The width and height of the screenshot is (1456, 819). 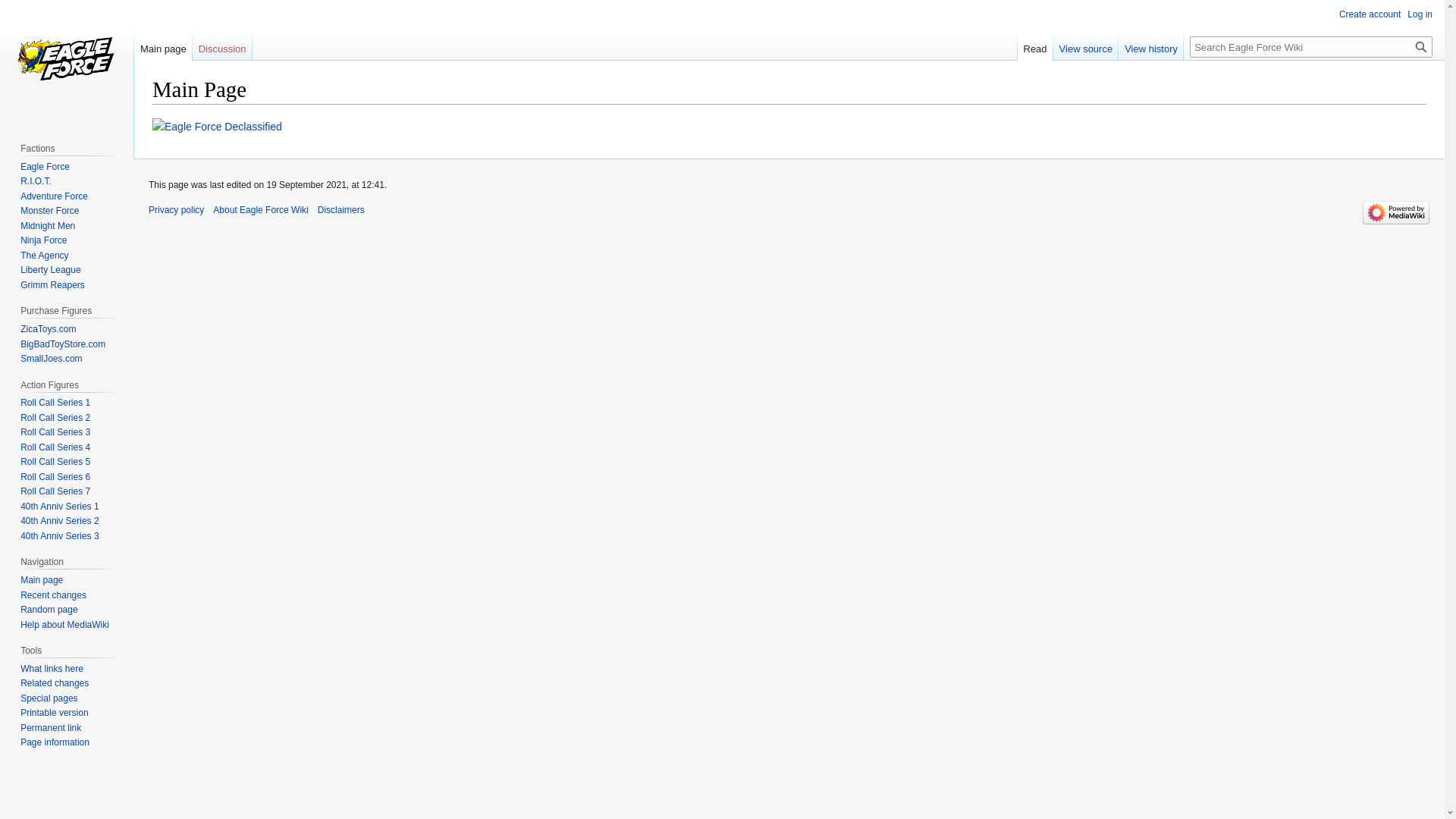 I want to click on 'Search Eagle Force Wiki [alt-shift-f]', so click(x=1189, y=45).